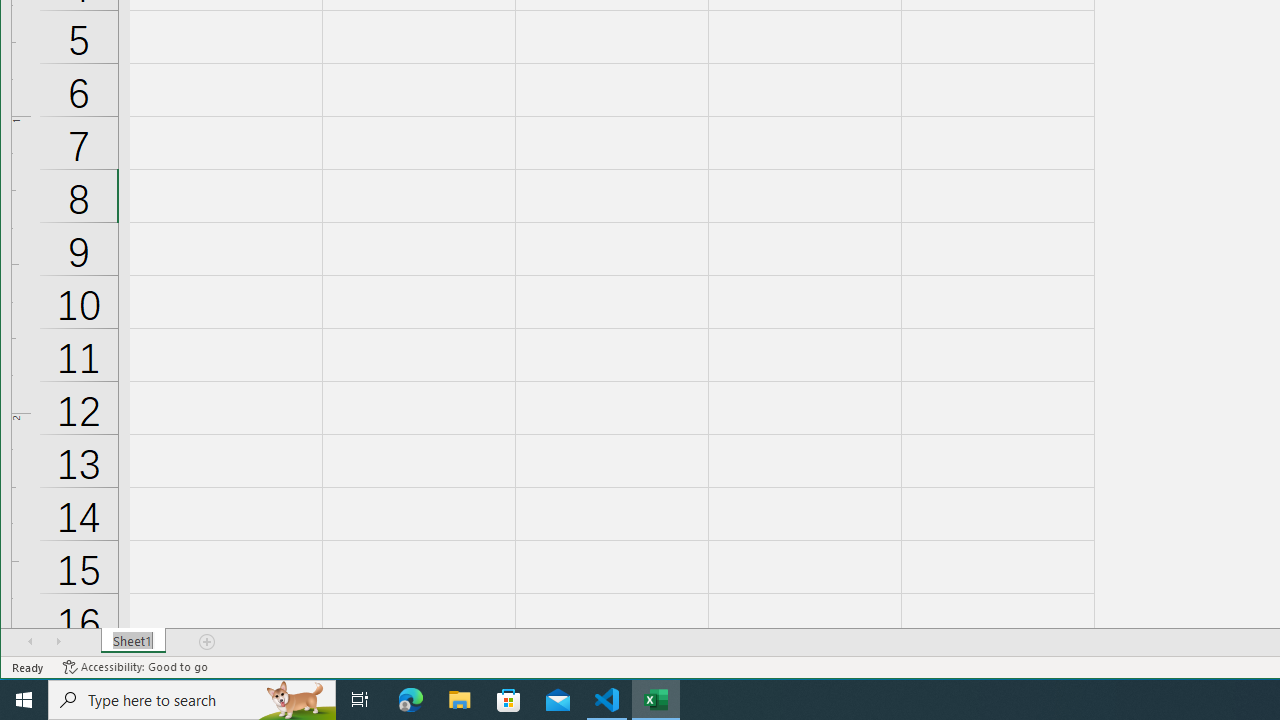 This screenshot has height=720, width=1280. What do you see at coordinates (606, 698) in the screenshot?
I see `'Visual Studio Code - 1 running window'` at bounding box center [606, 698].